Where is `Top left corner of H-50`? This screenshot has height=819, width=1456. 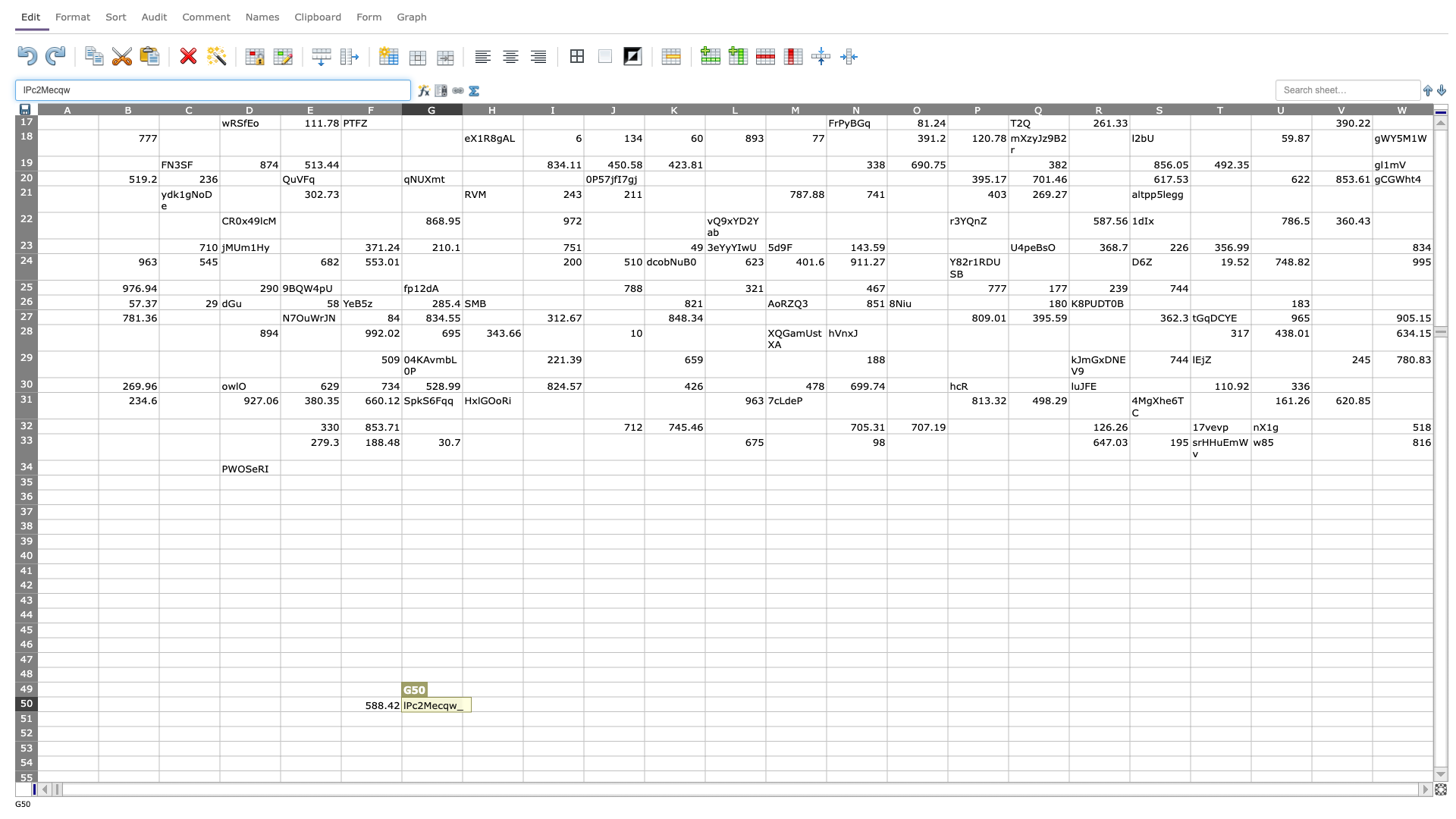 Top left corner of H-50 is located at coordinates (461, 696).